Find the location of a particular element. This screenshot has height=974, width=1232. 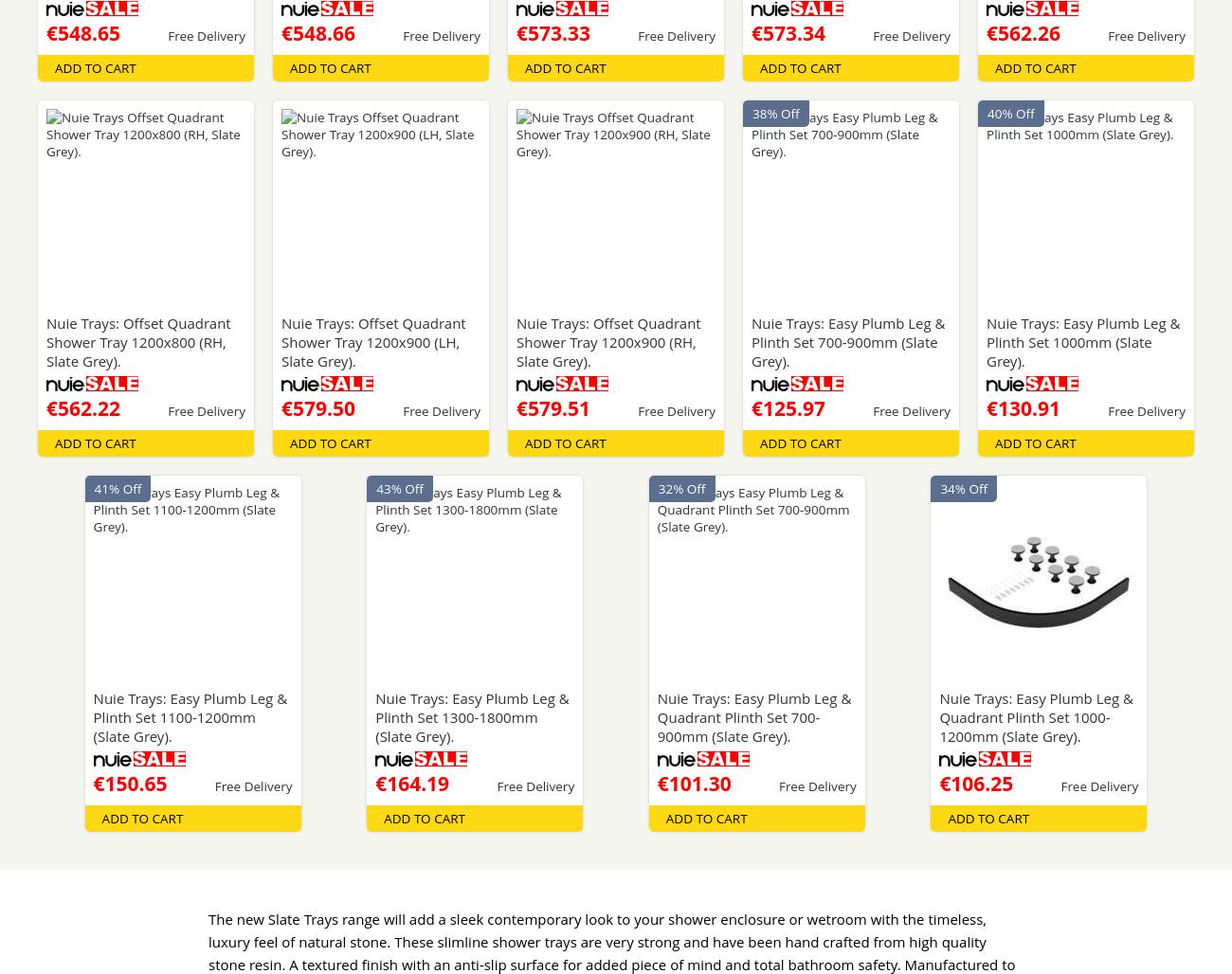

'€101.30' is located at coordinates (694, 784).